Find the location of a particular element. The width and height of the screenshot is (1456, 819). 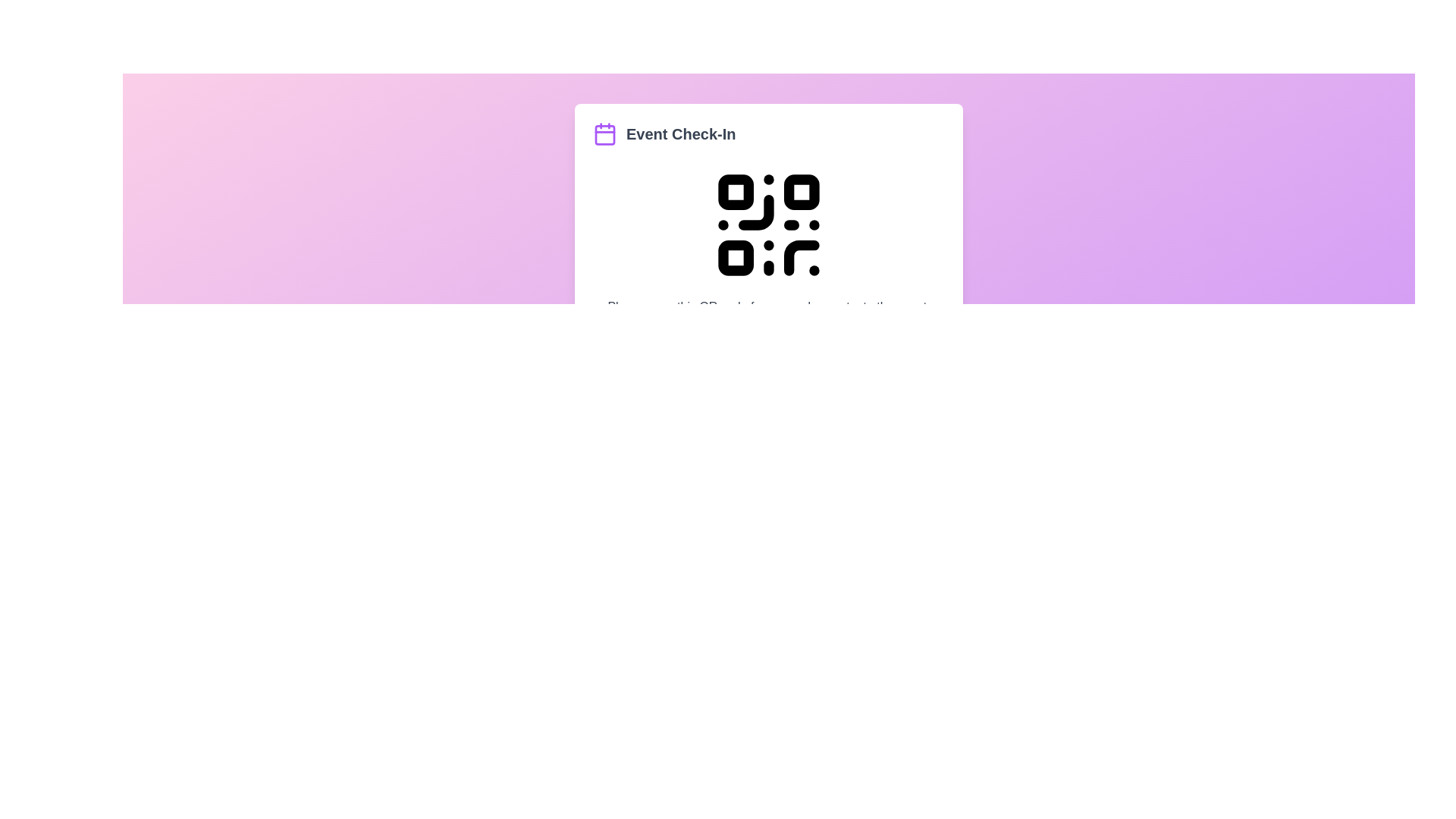

text label displaying 'Event Check-In' which is styled in dark gray and bold font, located within a purple-themed card layout is located at coordinates (680, 133).